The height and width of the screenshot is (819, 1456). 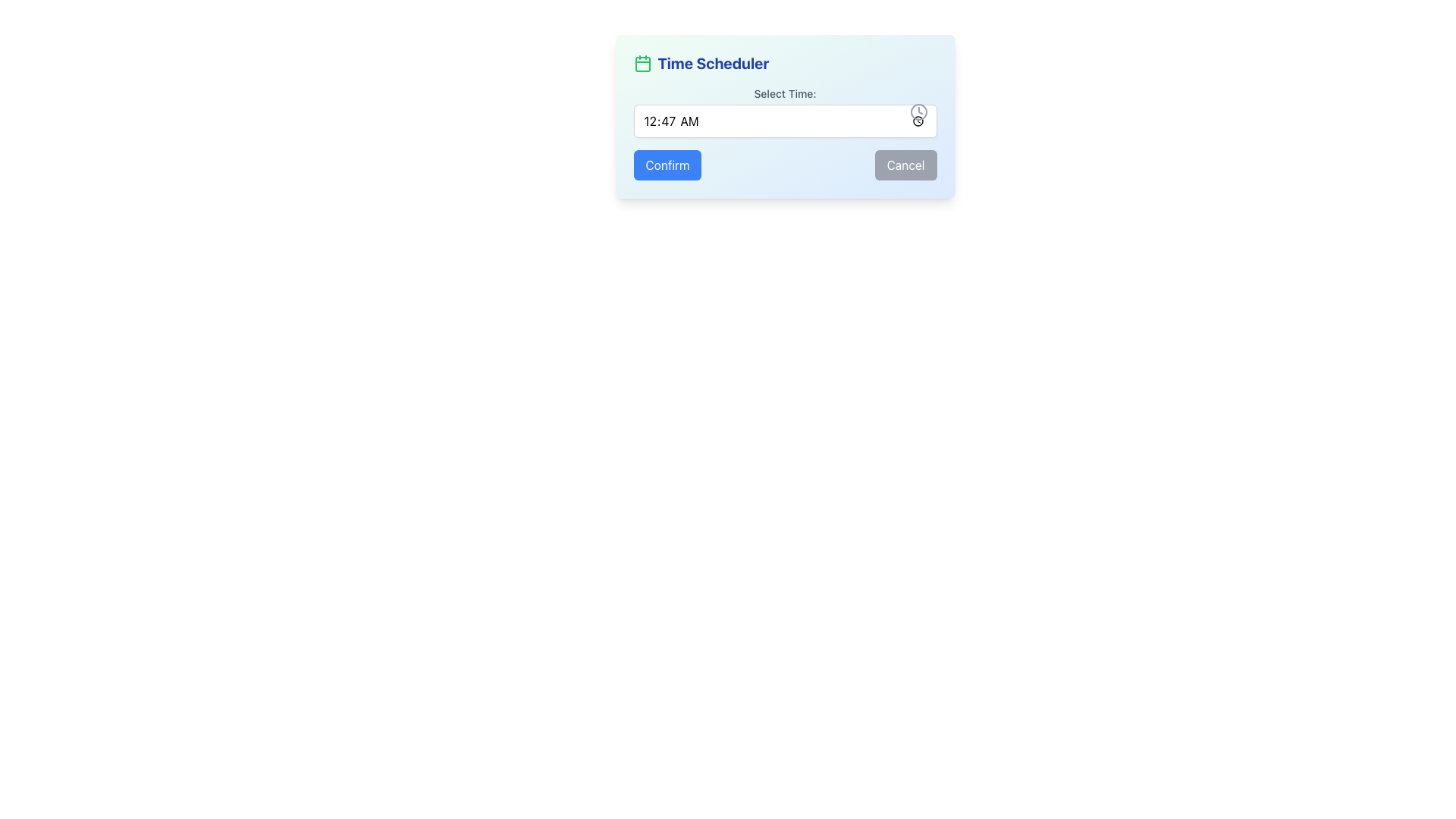 I want to click on the Decorative Icon that symbolizes a calendar, located to the left of the 'Time Scheduler' text, so click(x=642, y=63).